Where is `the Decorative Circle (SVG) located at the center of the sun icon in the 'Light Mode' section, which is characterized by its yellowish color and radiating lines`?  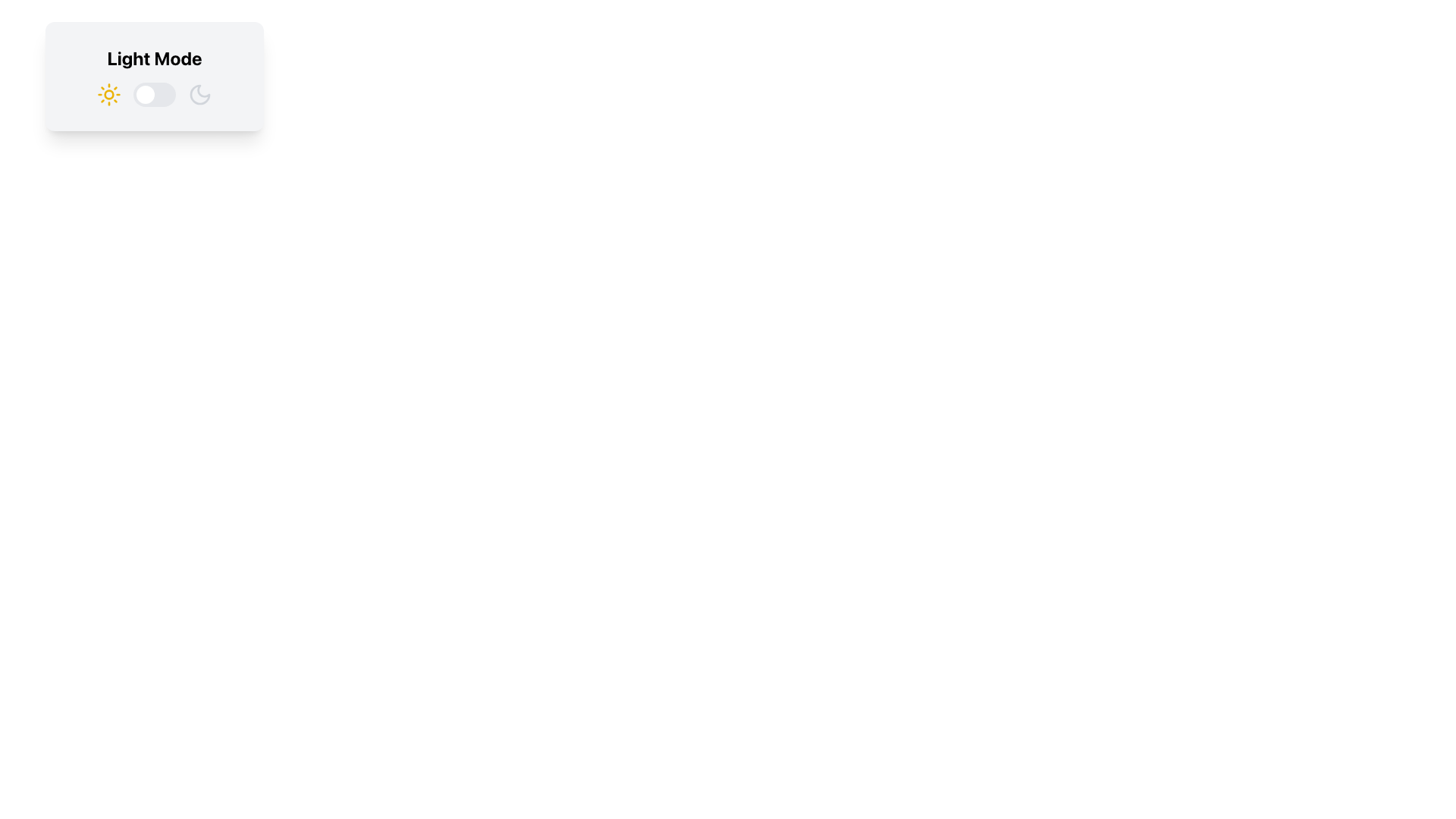
the Decorative Circle (SVG) located at the center of the sun icon in the 'Light Mode' section, which is characterized by its yellowish color and radiating lines is located at coordinates (108, 93).